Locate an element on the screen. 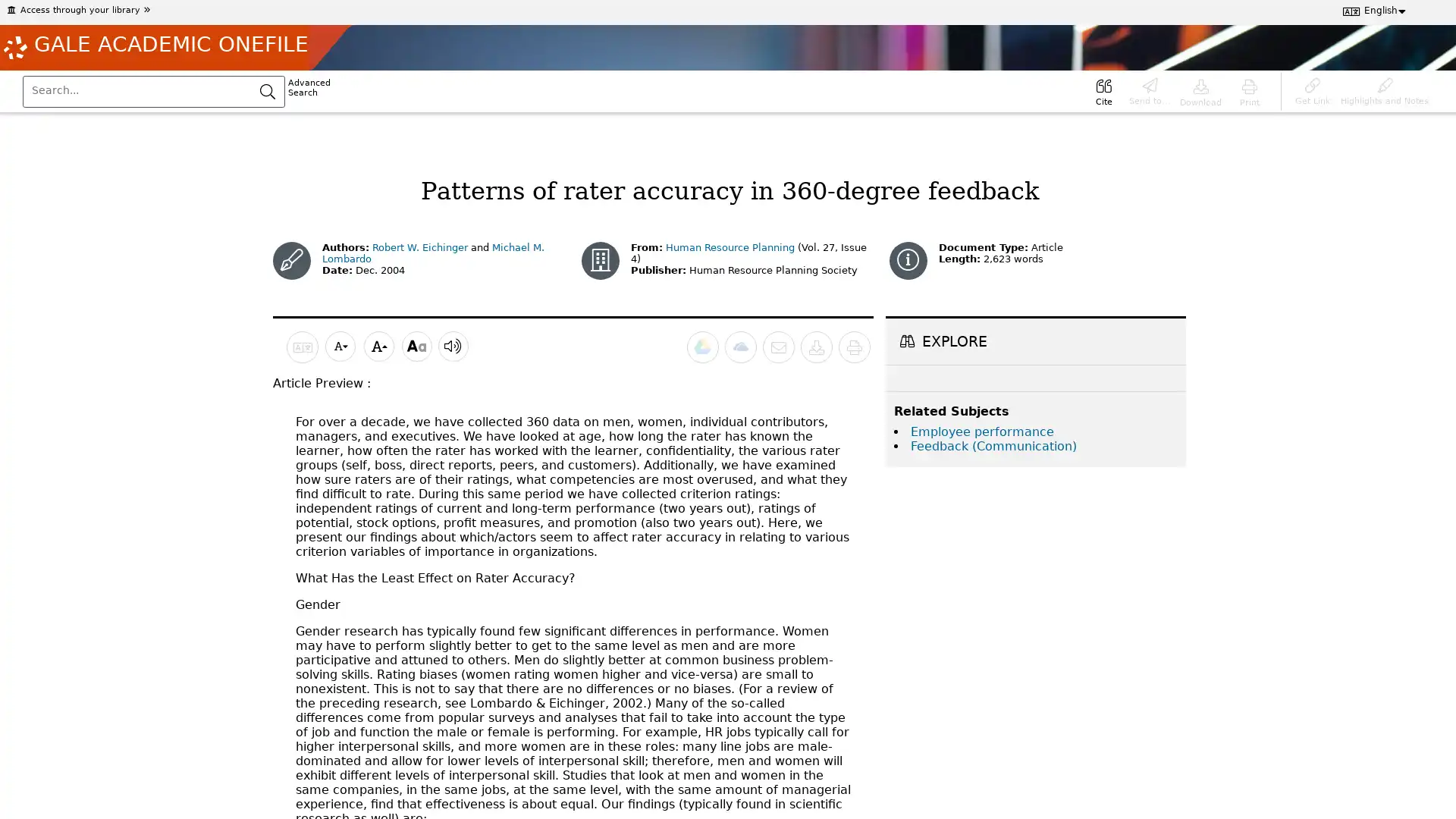  Download is located at coordinates (1200, 91).